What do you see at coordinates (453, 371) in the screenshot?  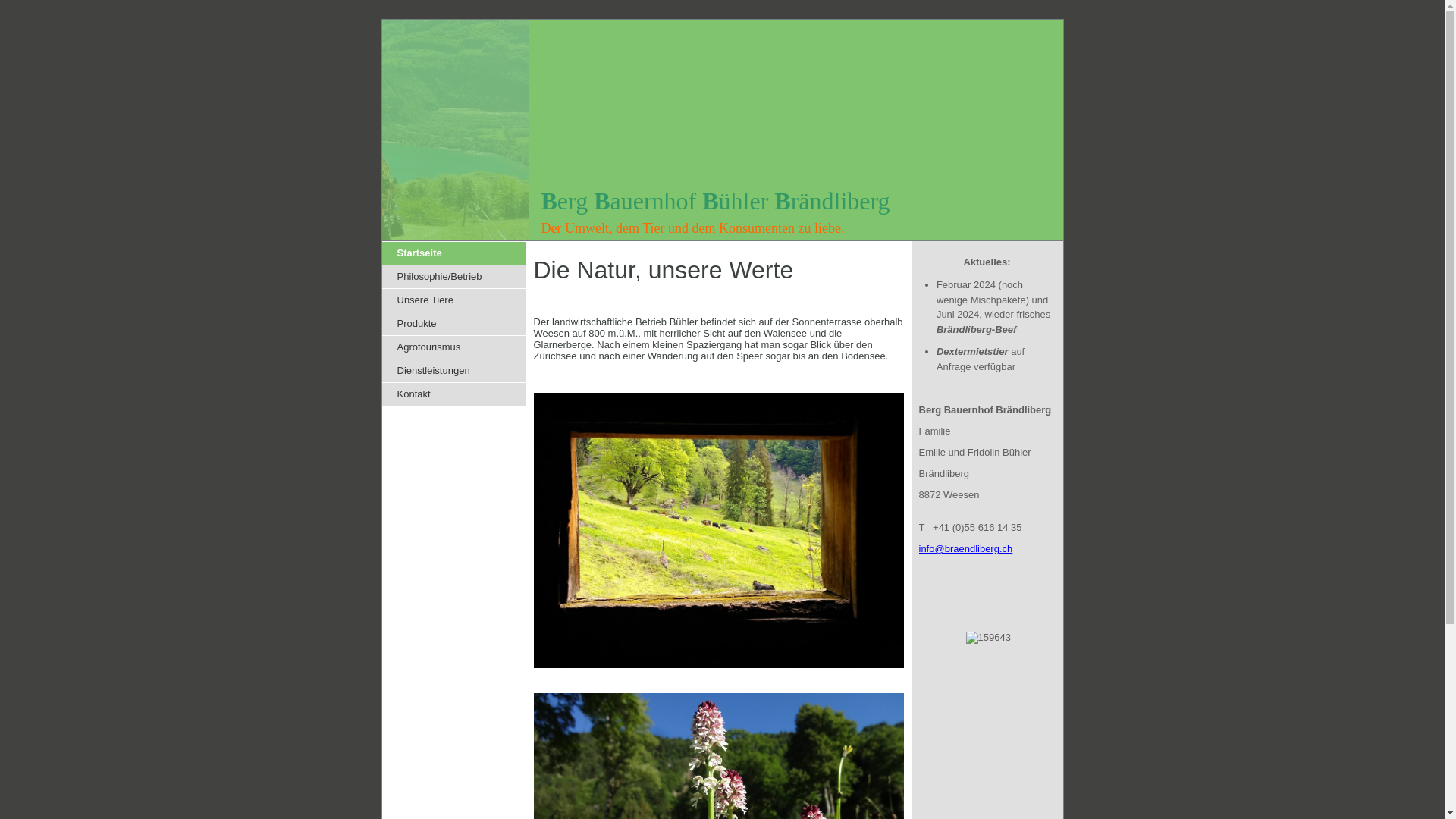 I see `'Dienstleistungen'` at bounding box center [453, 371].